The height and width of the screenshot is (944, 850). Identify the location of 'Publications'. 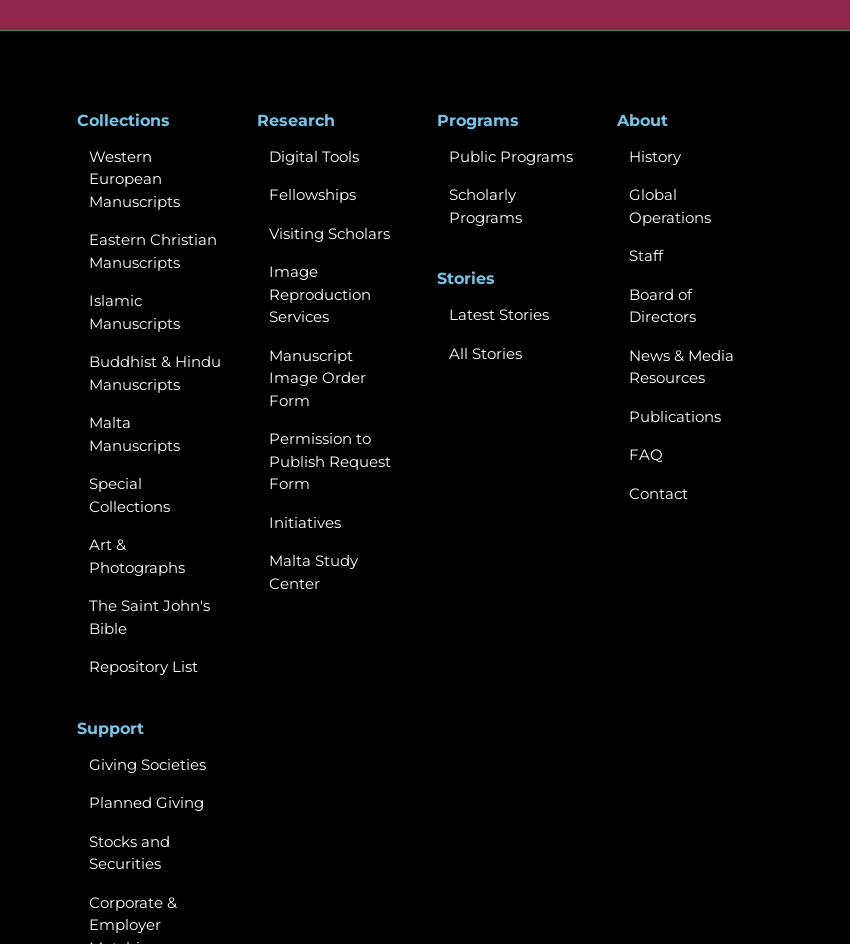
(674, 414).